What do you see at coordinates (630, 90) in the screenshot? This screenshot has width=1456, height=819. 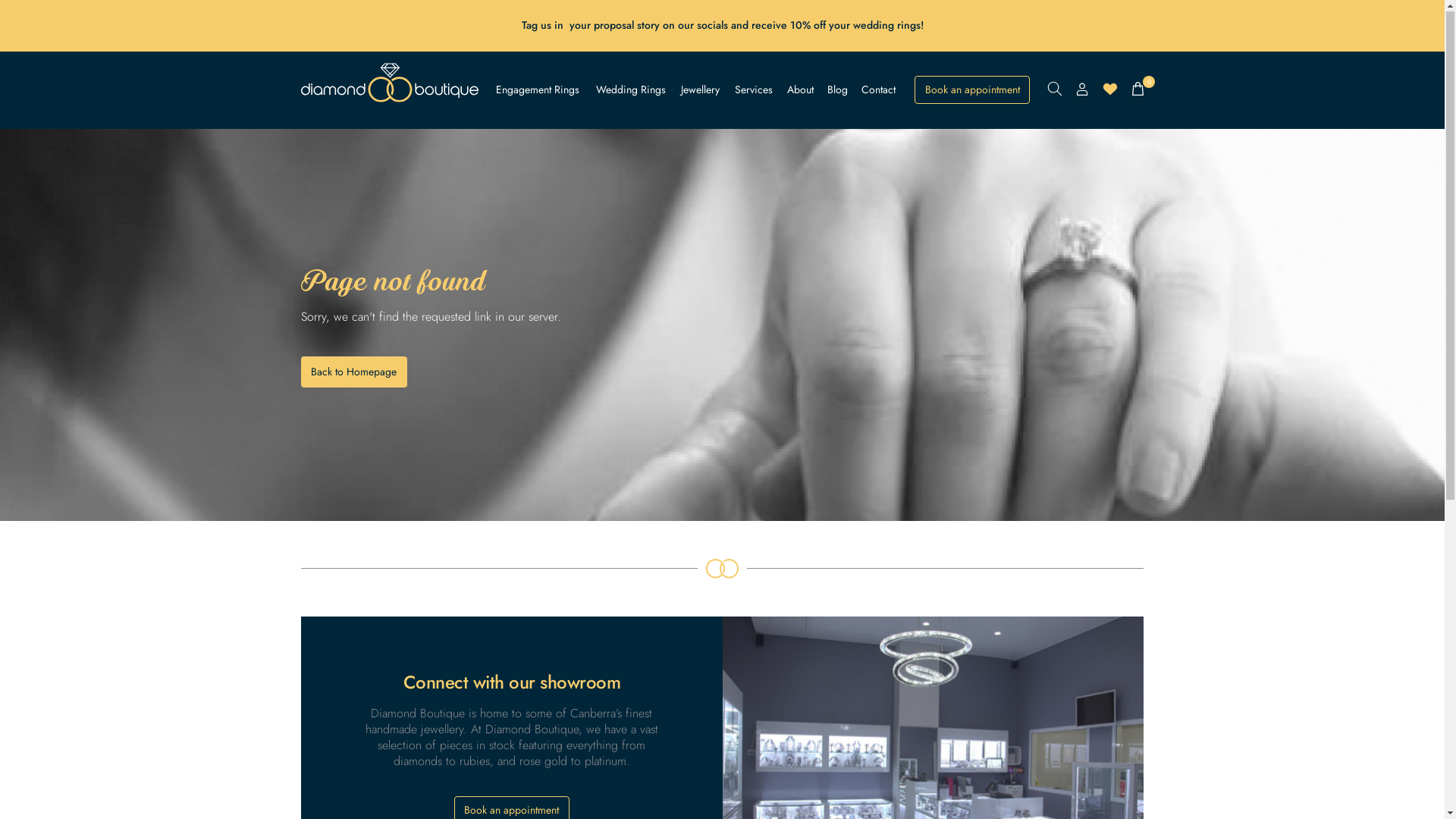 I see `'Wedding Rings'` at bounding box center [630, 90].